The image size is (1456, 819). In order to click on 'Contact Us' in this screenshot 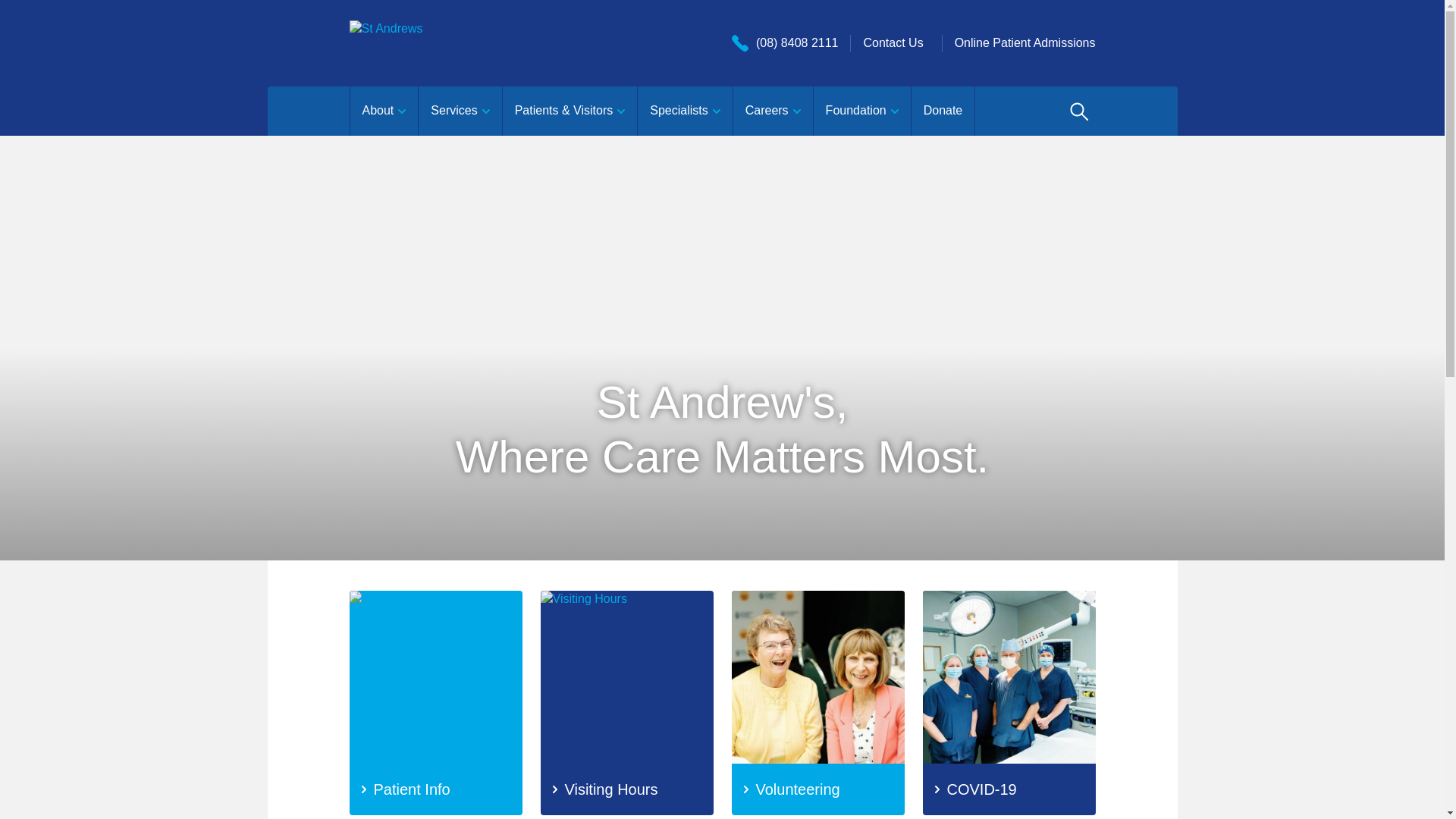, I will do `click(893, 42)`.